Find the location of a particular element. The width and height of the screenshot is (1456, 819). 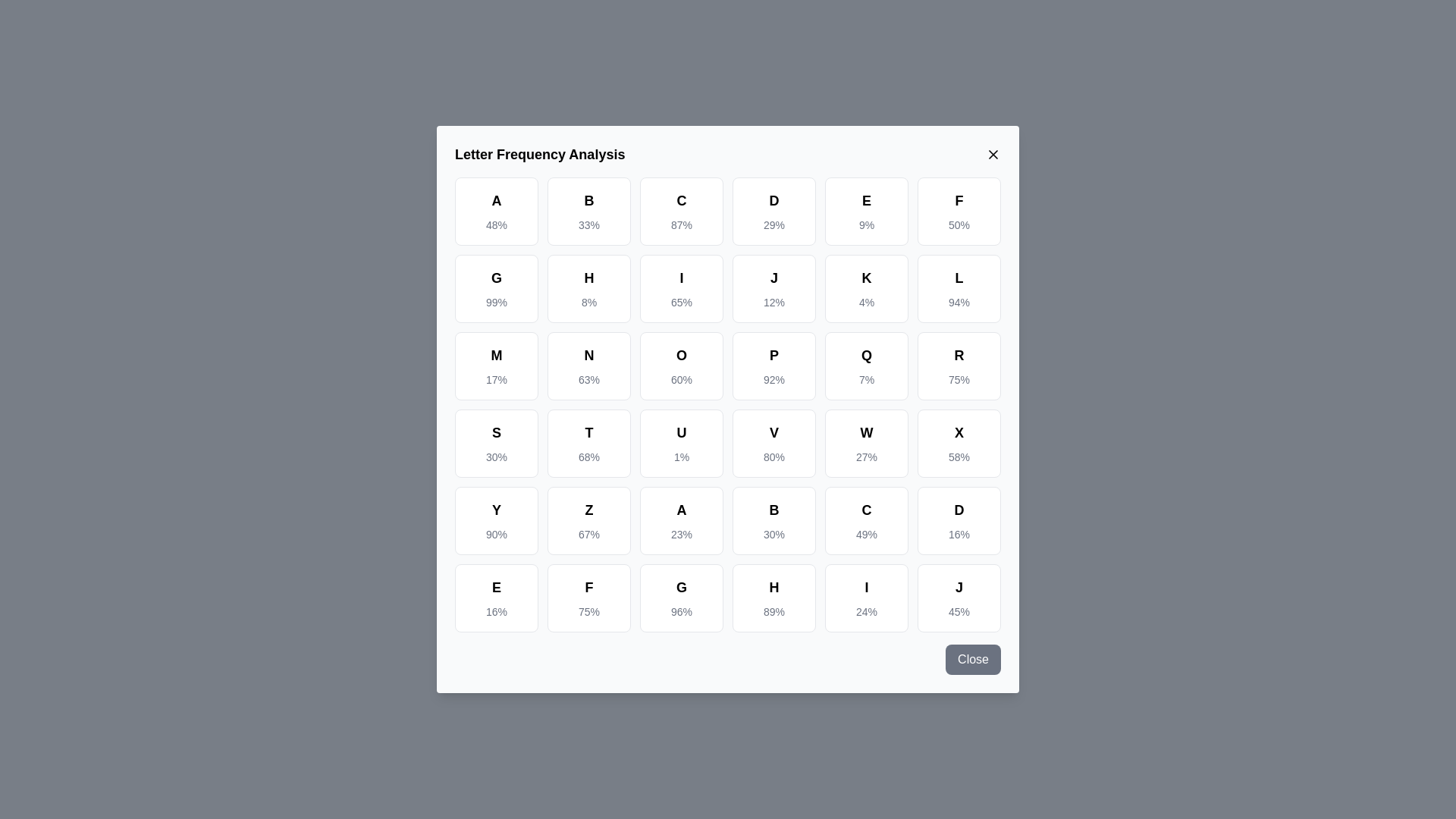

the cell corresponding to the letter H is located at coordinates (588, 289).